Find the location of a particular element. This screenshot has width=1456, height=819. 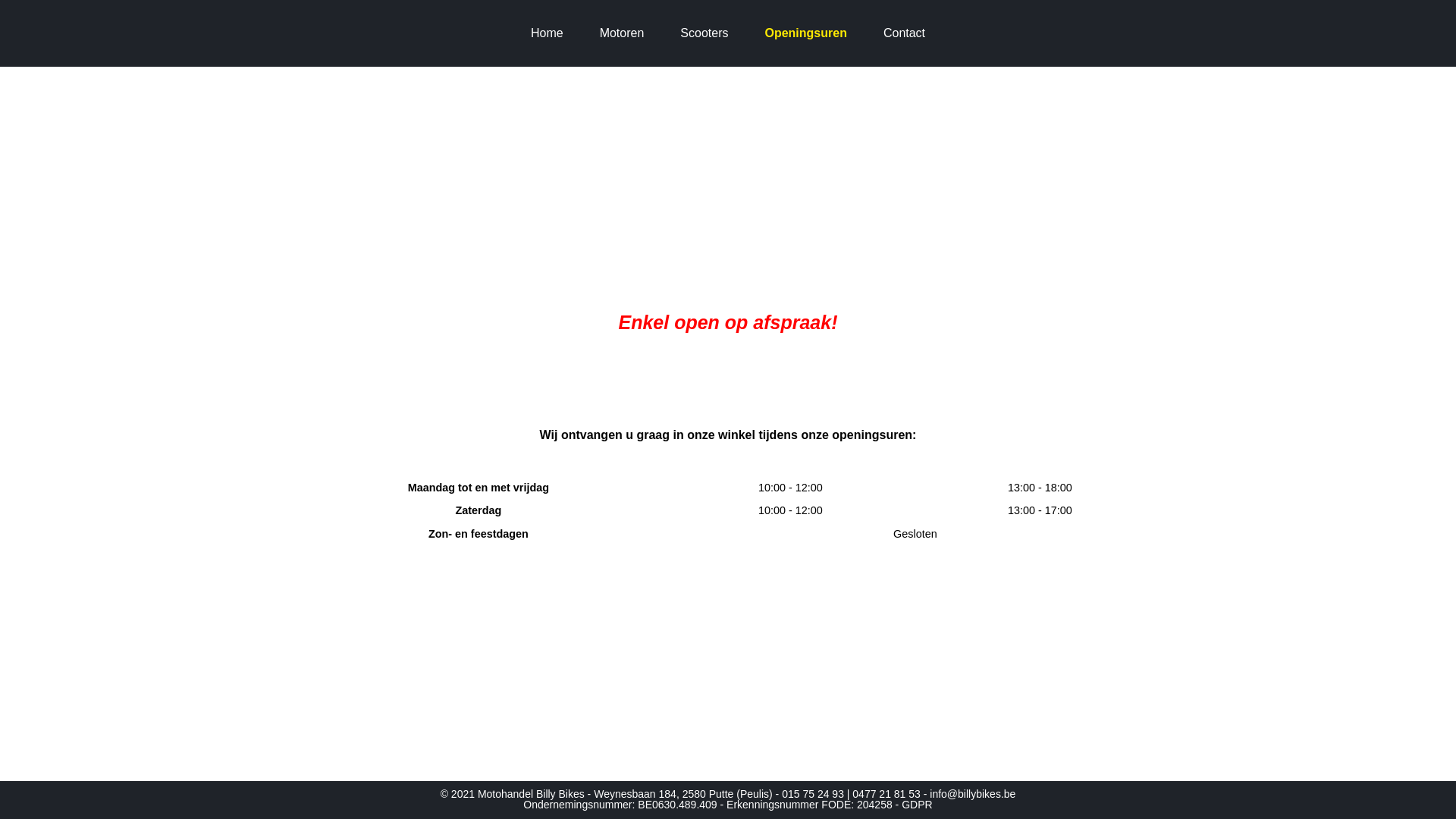

'Home' is located at coordinates (546, 33).